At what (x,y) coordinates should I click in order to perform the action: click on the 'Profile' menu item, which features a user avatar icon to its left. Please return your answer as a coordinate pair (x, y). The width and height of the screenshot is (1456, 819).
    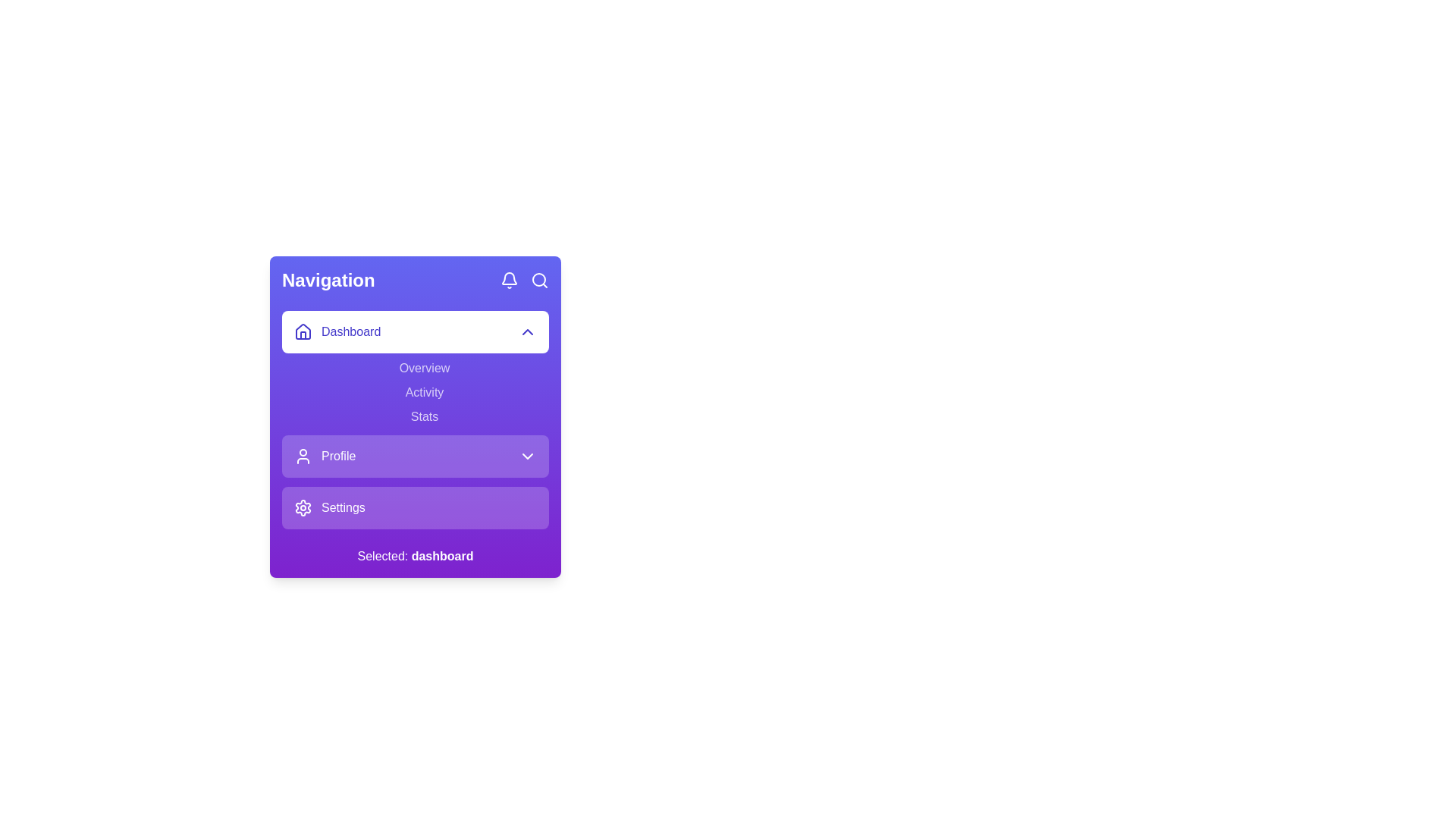
    Looking at the image, I should click on (324, 455).